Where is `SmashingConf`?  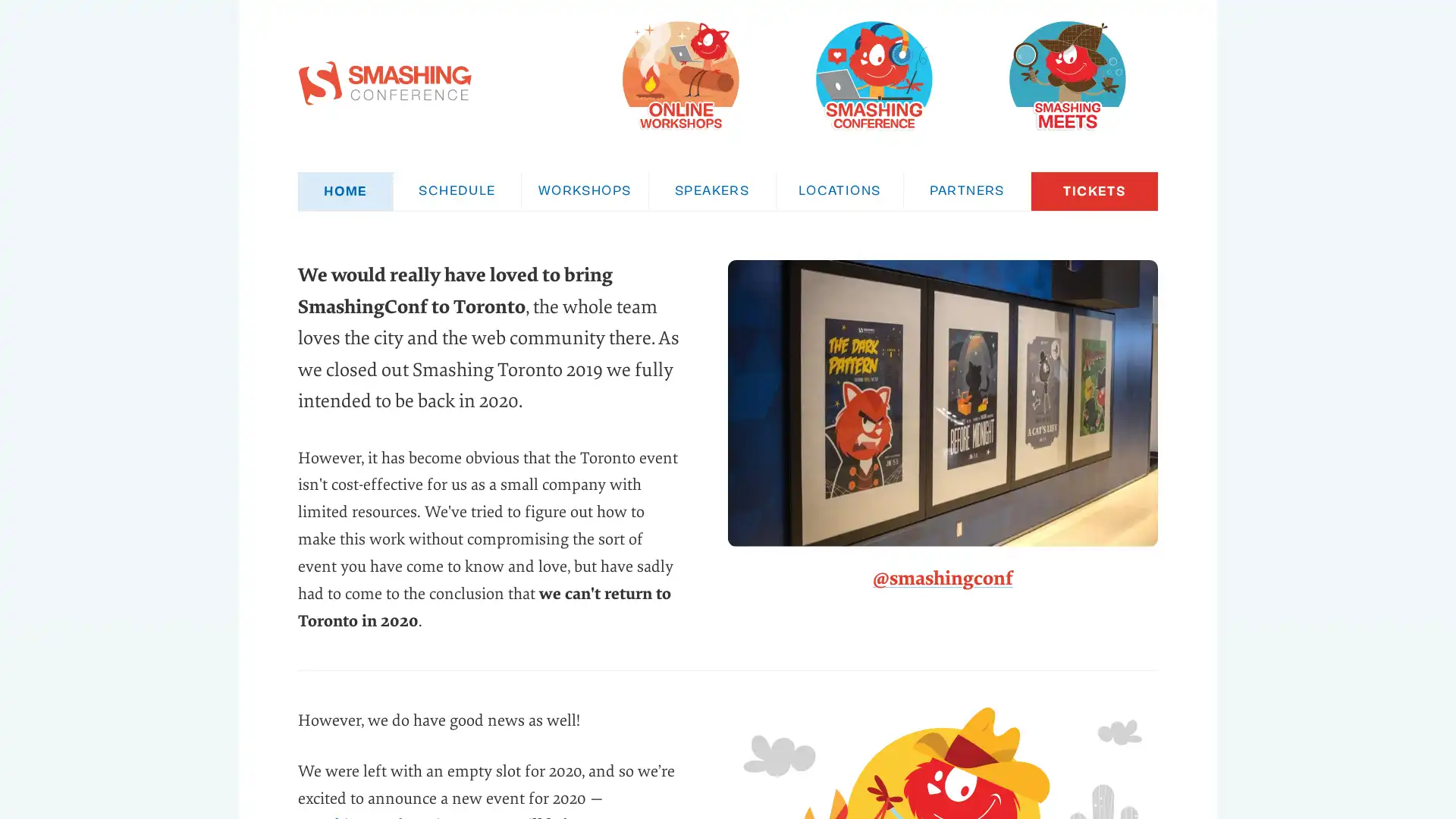
SmashingConf is located at coordinates (874, 77).